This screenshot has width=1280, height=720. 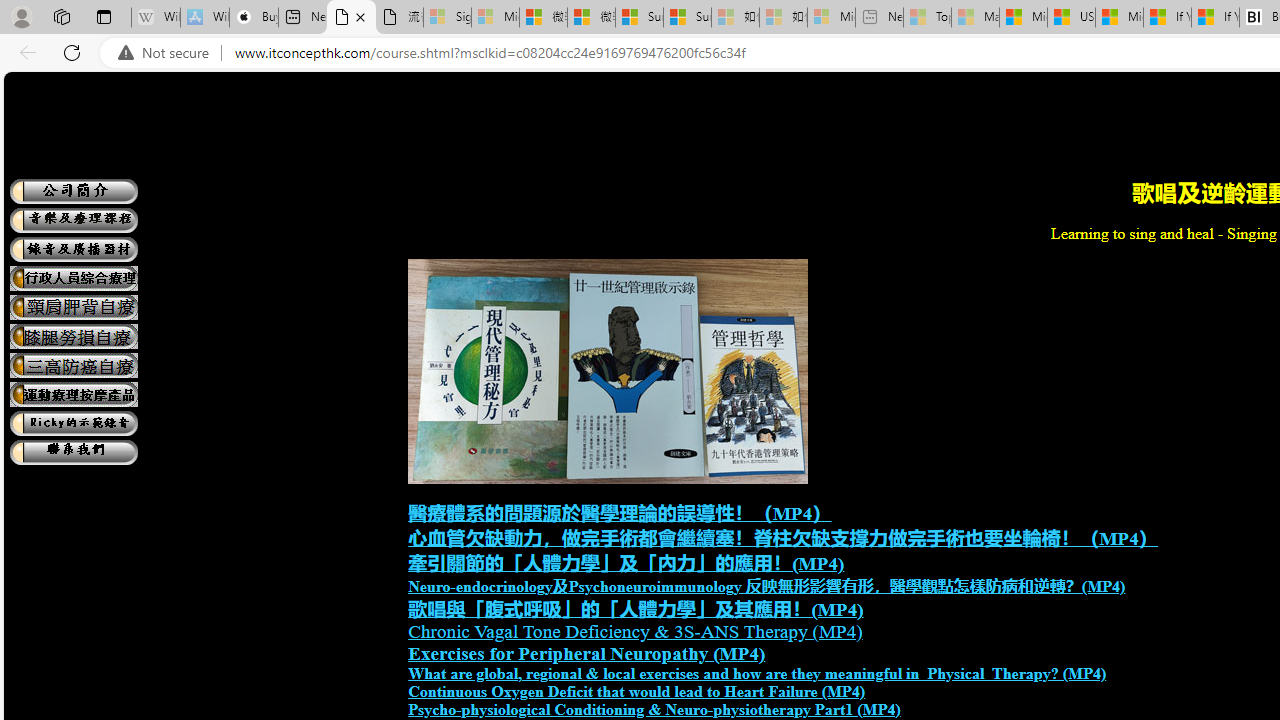 What do you see at coordinates (72, 51) in the screenshot?
I see `'Refresh'` at bounding box center [72, 51].